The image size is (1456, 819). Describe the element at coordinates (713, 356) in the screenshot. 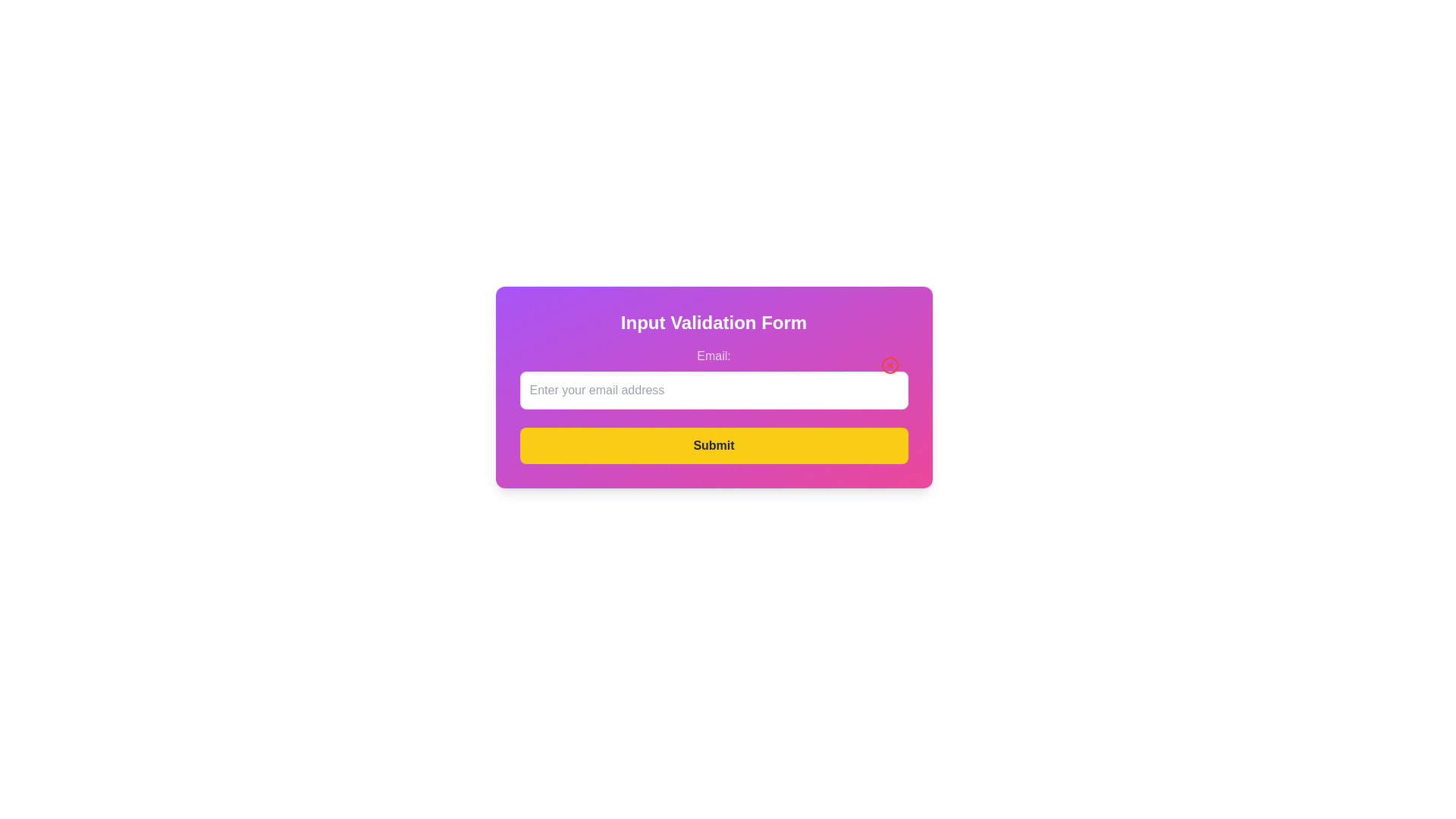

I see `text label displaying 'Email:' that is part of a form, positioned above the email input field` at that location.